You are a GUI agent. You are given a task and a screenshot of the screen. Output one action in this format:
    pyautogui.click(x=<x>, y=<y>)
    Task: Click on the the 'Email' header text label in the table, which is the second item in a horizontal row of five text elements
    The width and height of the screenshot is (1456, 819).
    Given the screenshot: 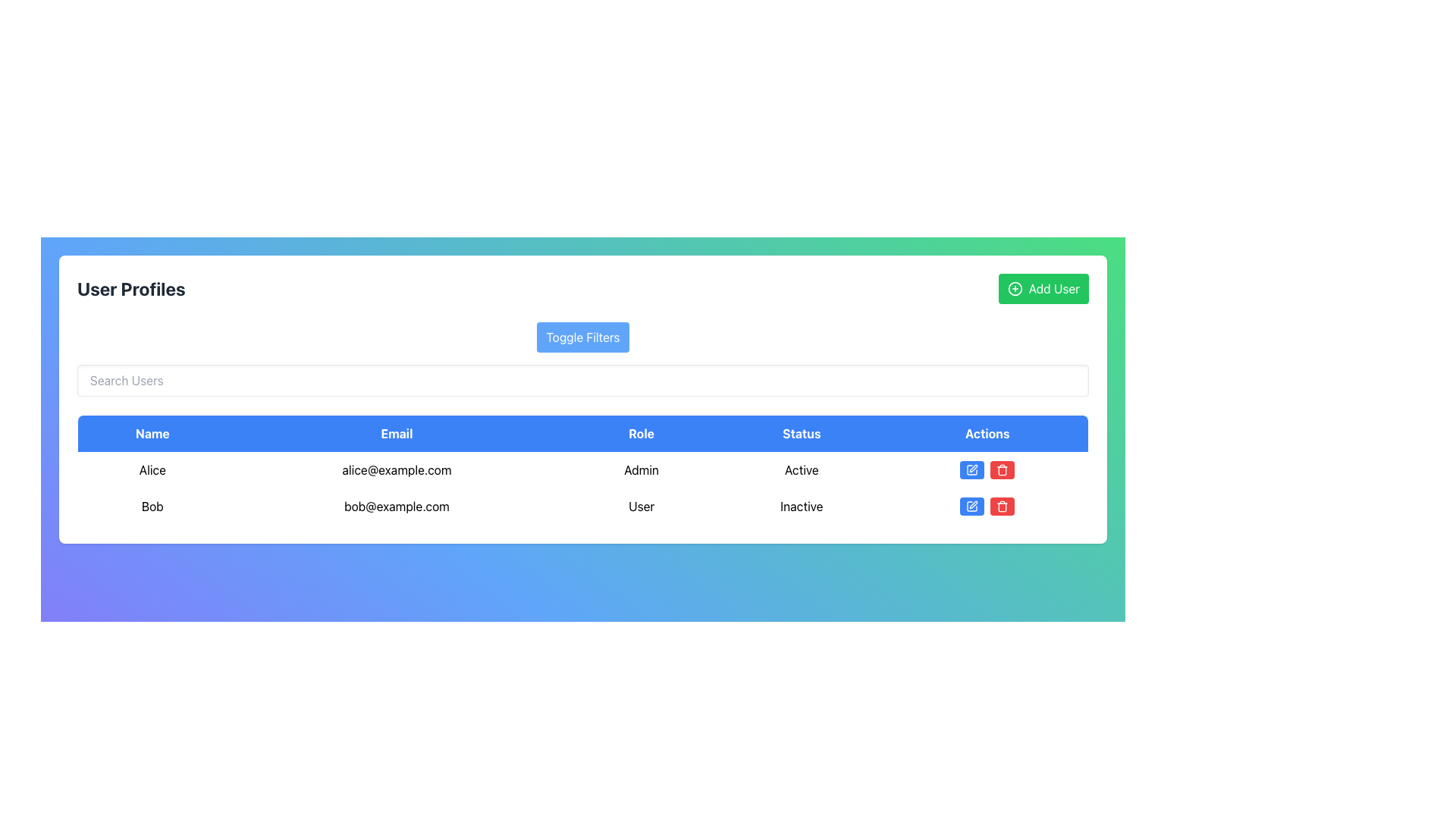 What is the action you would take?
    pyautogui.click(x=397, y=433)
    